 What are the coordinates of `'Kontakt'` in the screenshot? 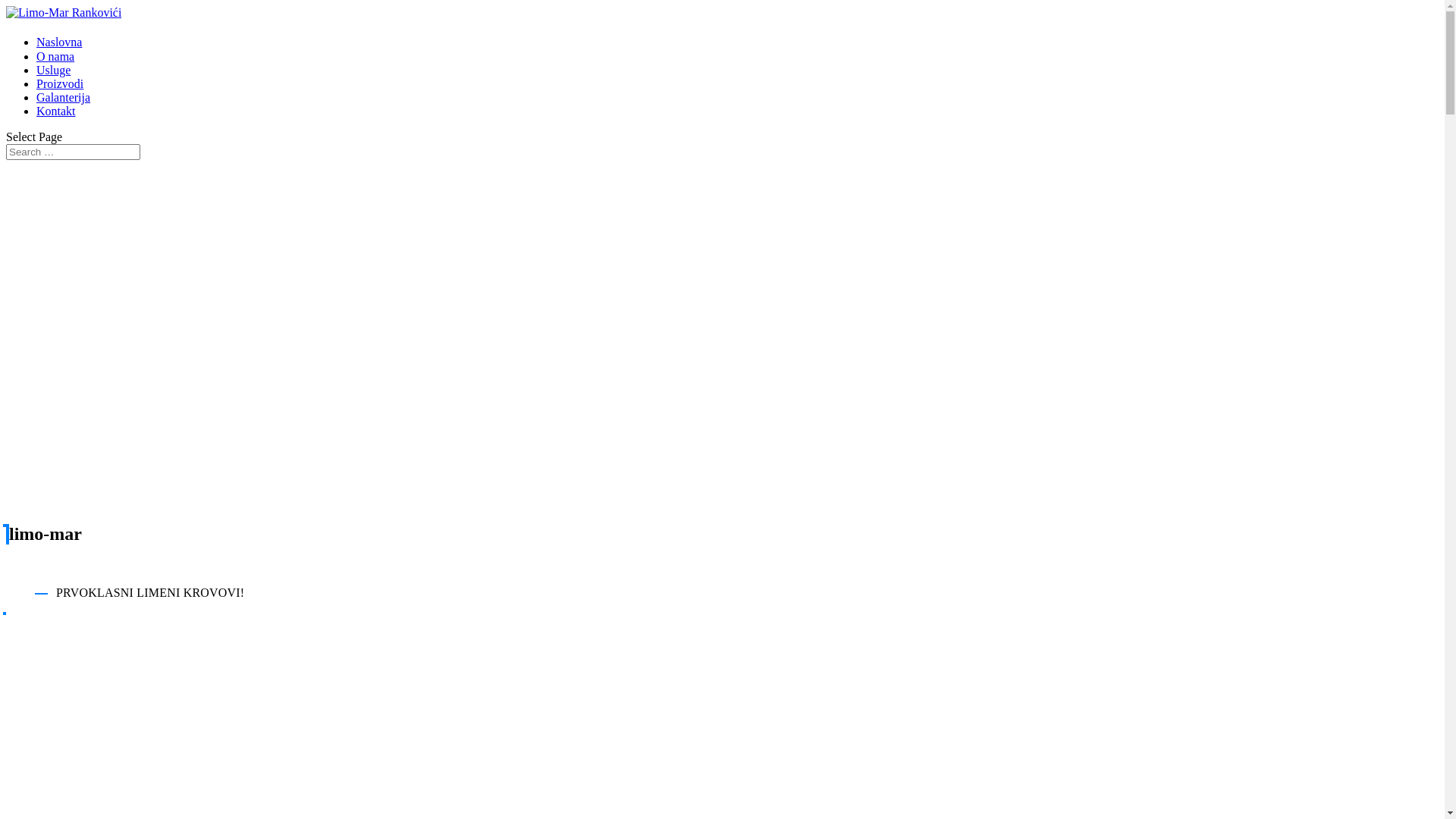 It's located at (55, 110).